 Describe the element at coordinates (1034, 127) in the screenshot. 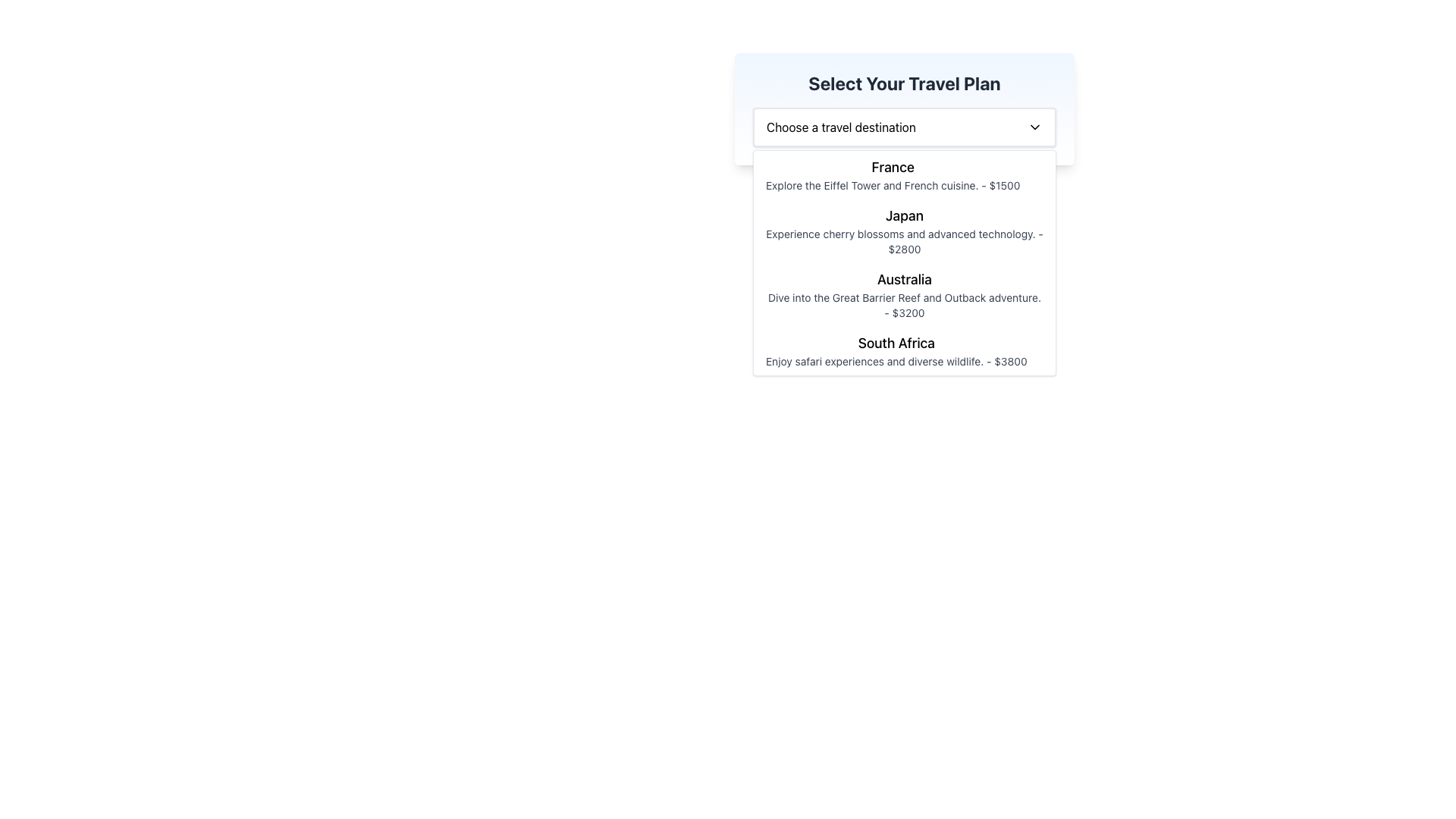

I see `the arrow icon located on the right side of the dropdown button labeled 'Choose a travel destination'` at that location.